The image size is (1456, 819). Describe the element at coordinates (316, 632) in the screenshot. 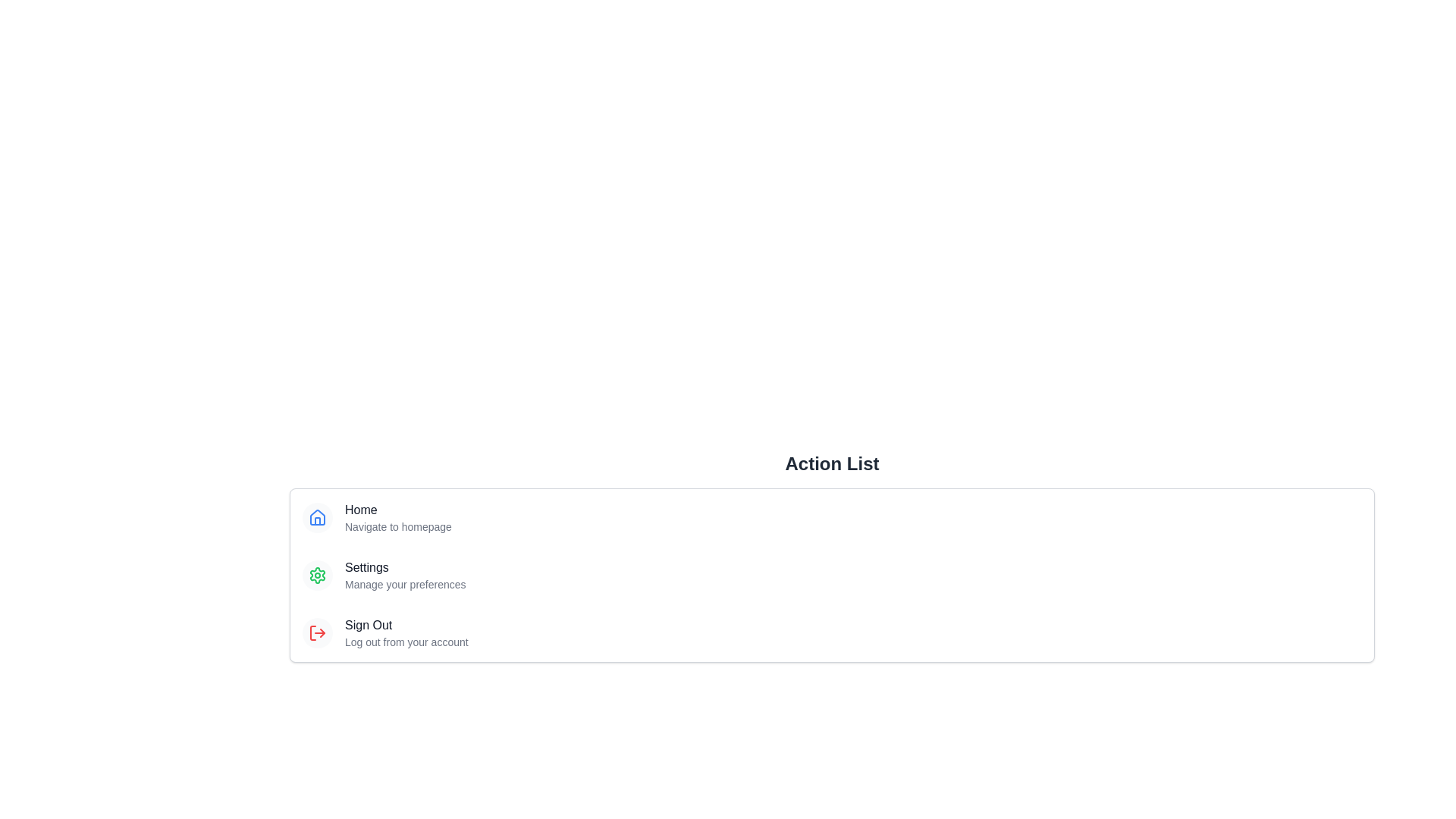

I see `the 'Sign Out' icon, which is the third element in the vertical action list below the 'Home' and 'Settings' icons` at that location.